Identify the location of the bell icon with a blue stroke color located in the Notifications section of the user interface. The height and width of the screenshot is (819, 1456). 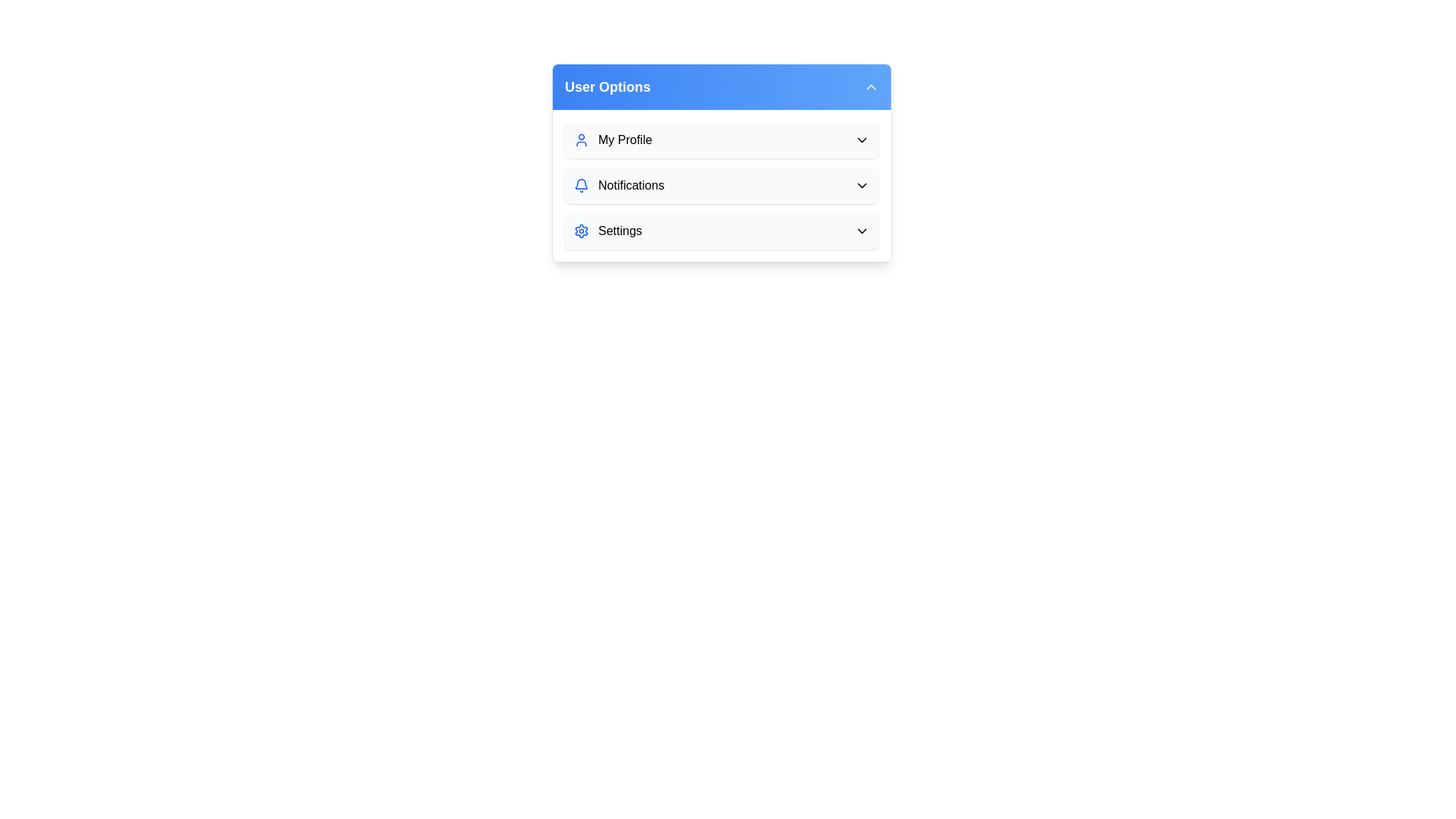
(581, 185).